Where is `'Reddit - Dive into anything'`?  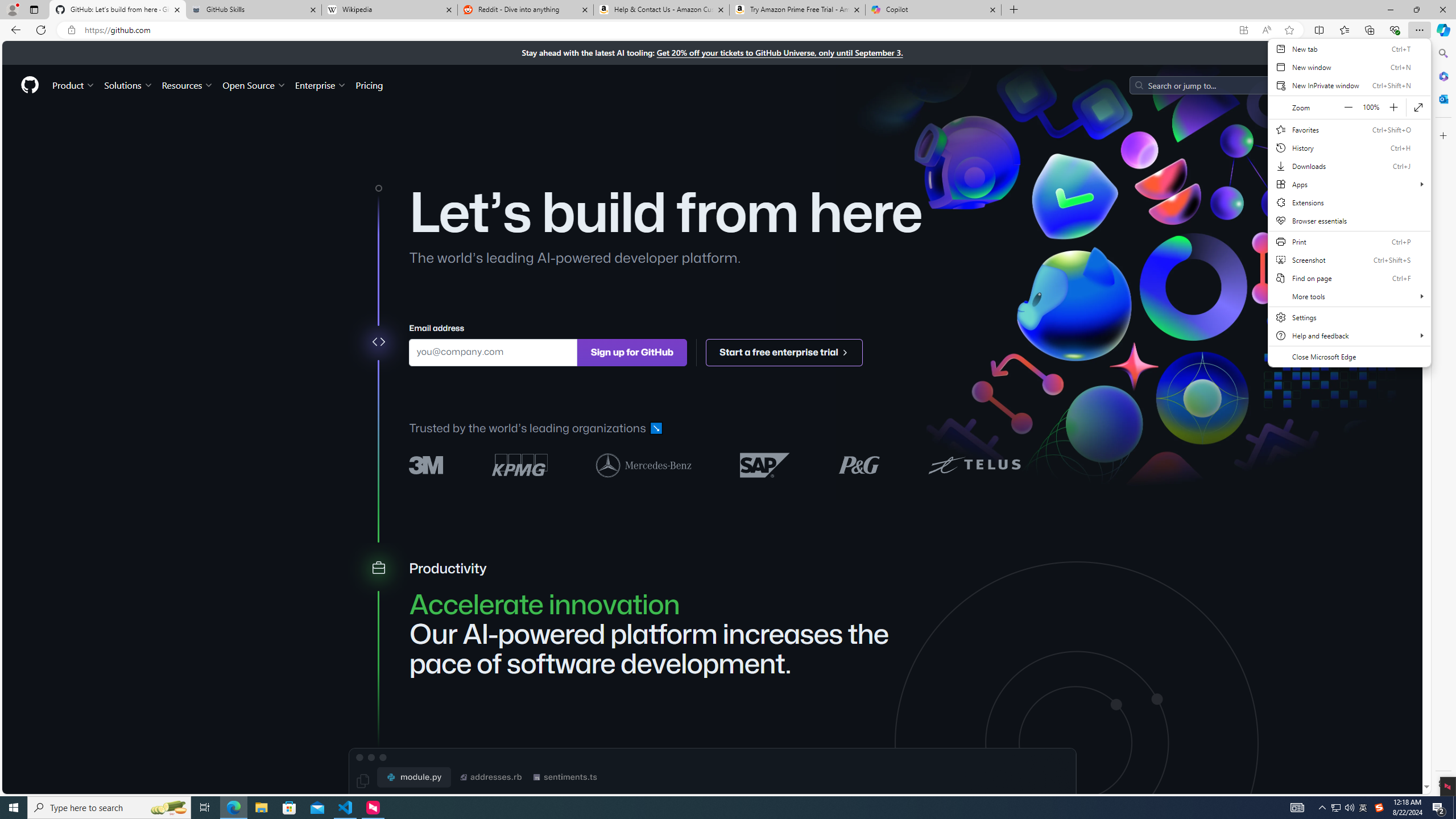
'Reddit - Dive into anything' is located at coordinates (526, 9).